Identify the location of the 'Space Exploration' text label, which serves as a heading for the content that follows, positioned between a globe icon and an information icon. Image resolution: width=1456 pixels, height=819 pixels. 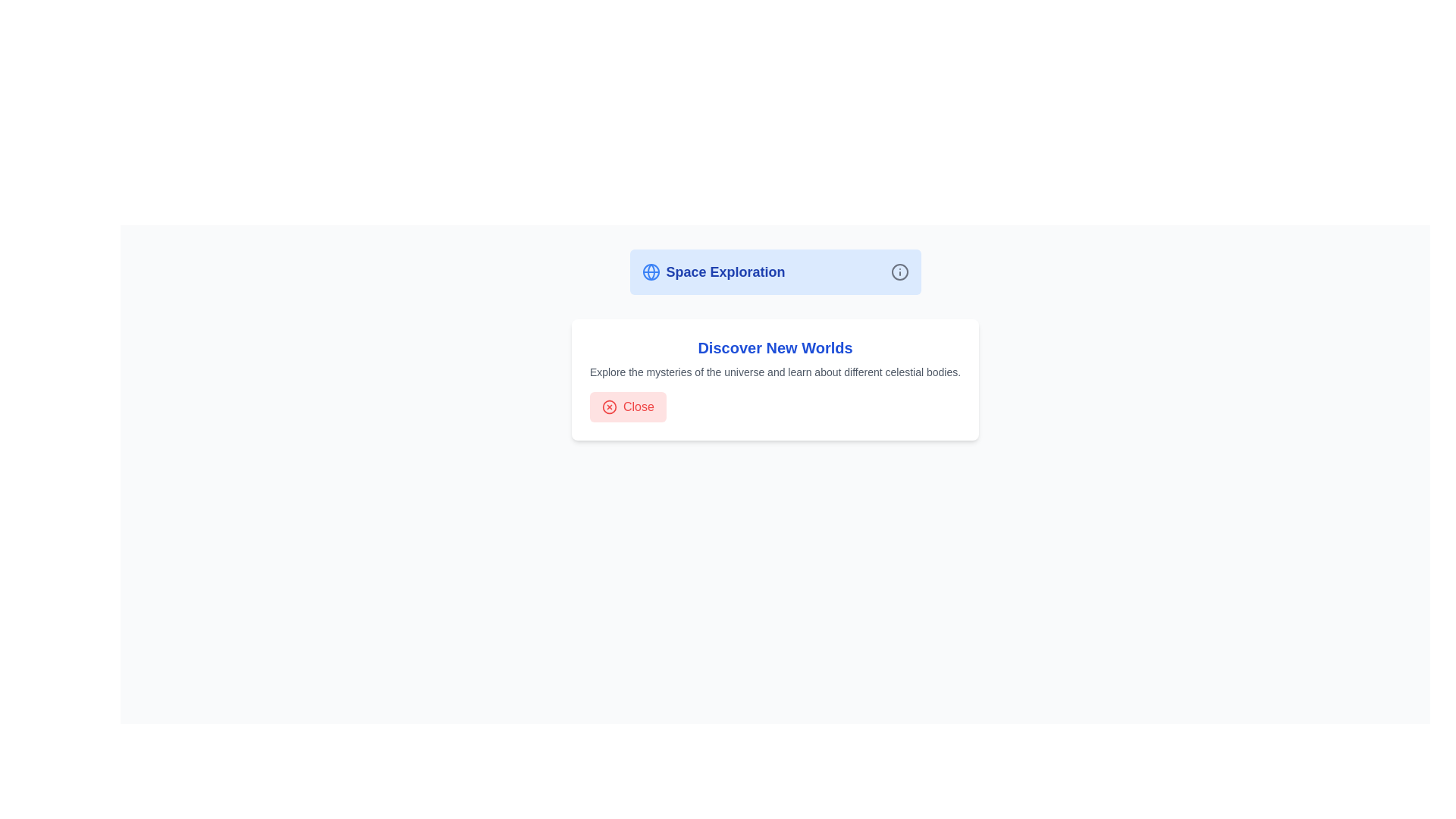
(724, 271).